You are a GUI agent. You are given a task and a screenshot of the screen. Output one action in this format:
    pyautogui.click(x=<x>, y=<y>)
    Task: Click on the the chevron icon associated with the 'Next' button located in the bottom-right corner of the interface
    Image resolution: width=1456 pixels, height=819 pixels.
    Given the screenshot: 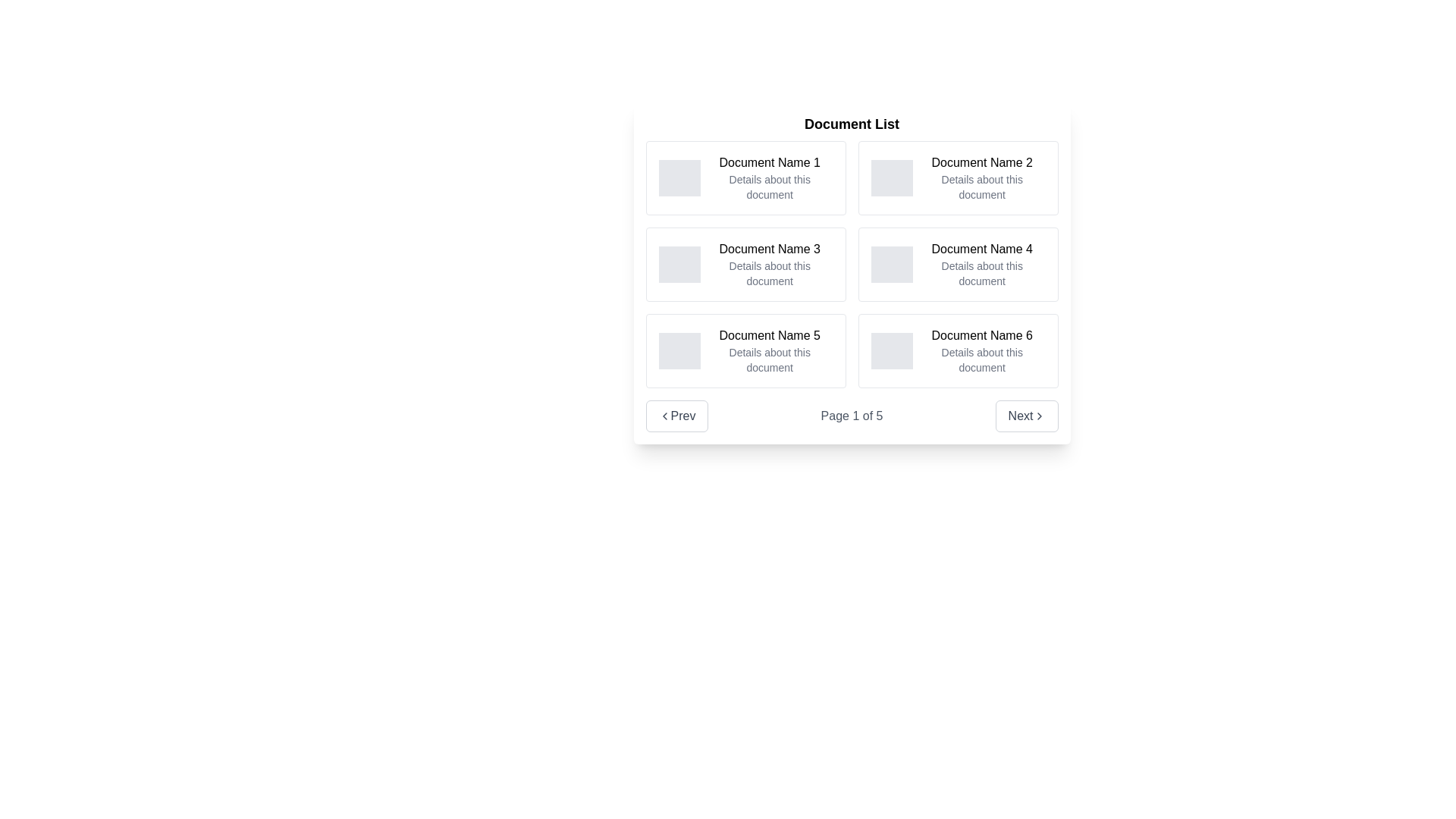 What is the action you would take?
    pyautogui.click(x=1038, y=416)
    